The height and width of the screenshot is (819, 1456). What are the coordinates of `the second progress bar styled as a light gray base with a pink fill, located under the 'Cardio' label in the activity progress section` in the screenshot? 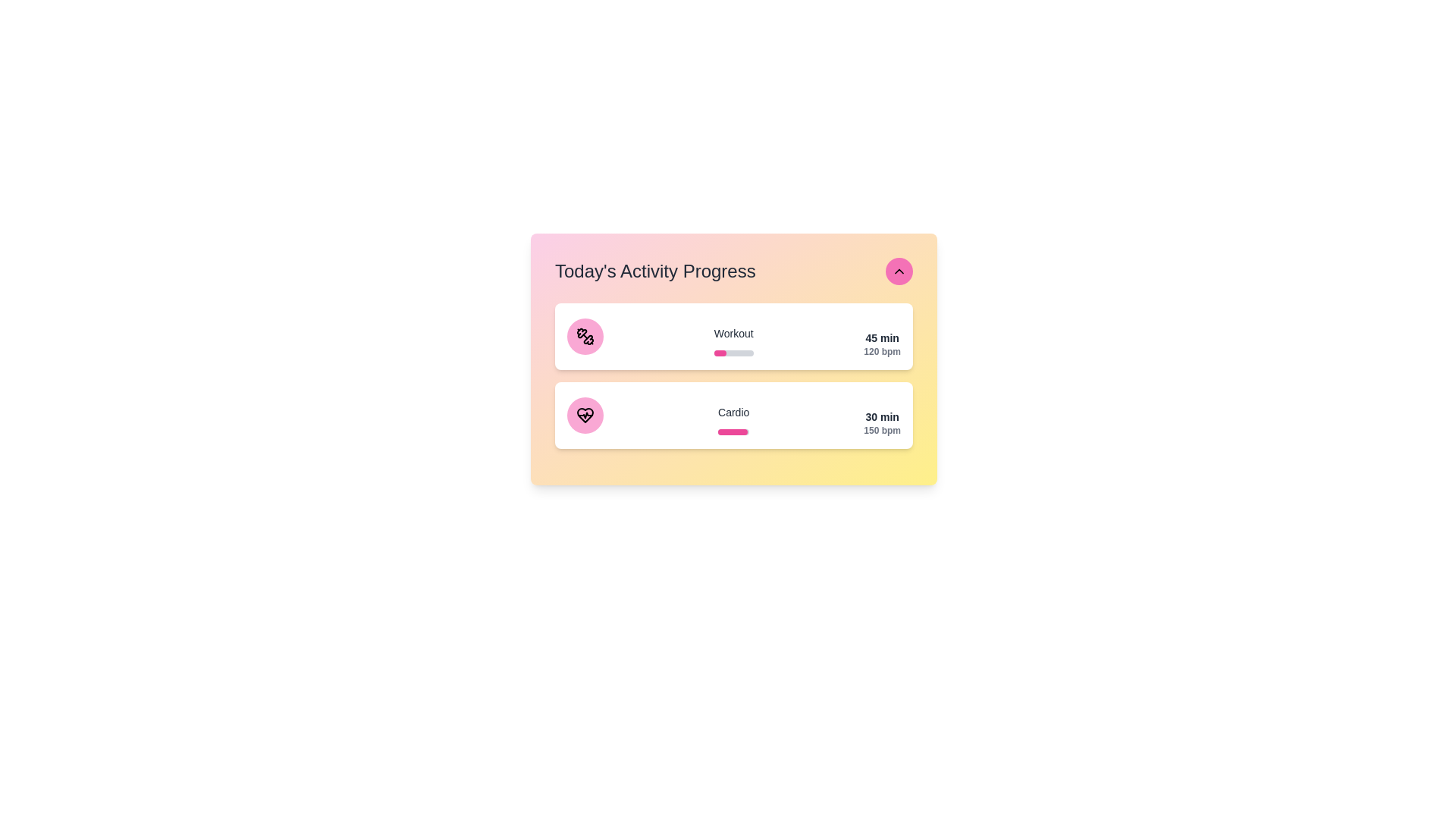 It's located at (733, 432).